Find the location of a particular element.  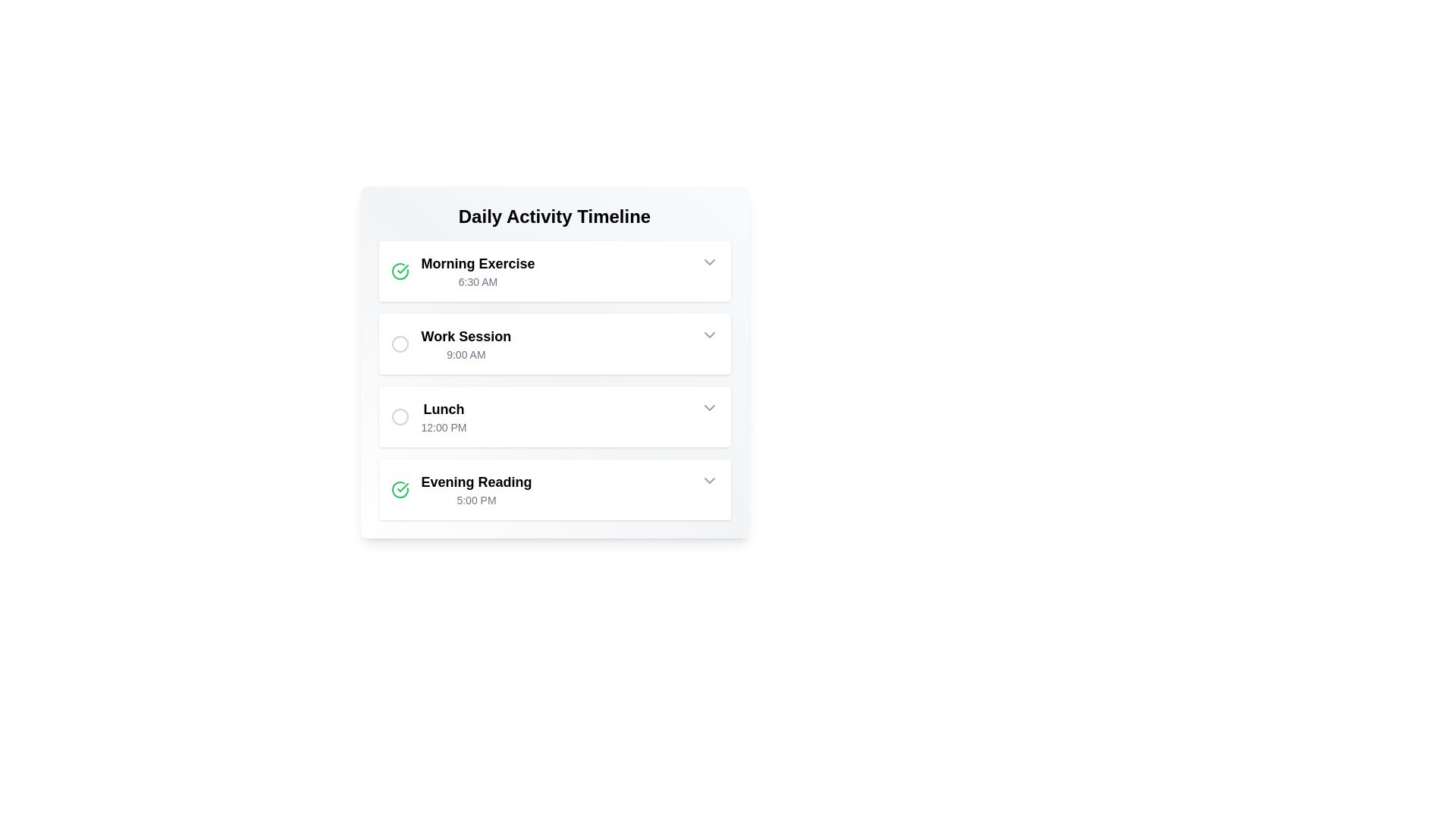

the circular icon of the scheduled task labeled 'Work Session' at 9:00 AM within the 'Daily Activity Timeline' is located at coordinates (450, 344).